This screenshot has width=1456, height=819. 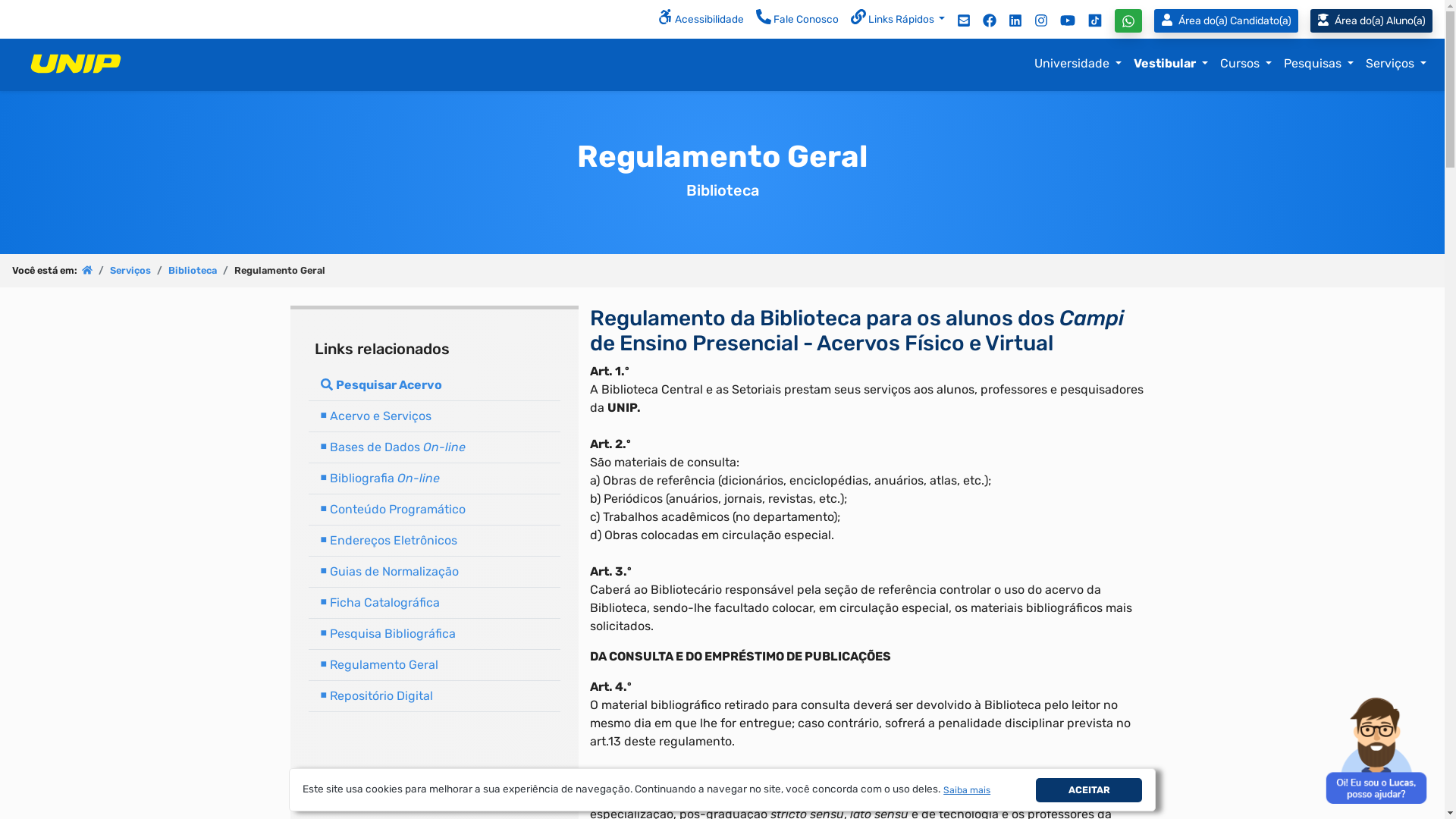 What do you see at coordinates (1077, 63) in the screenshot?
I see `'Universidade'` at bounding box center [1077, 63].